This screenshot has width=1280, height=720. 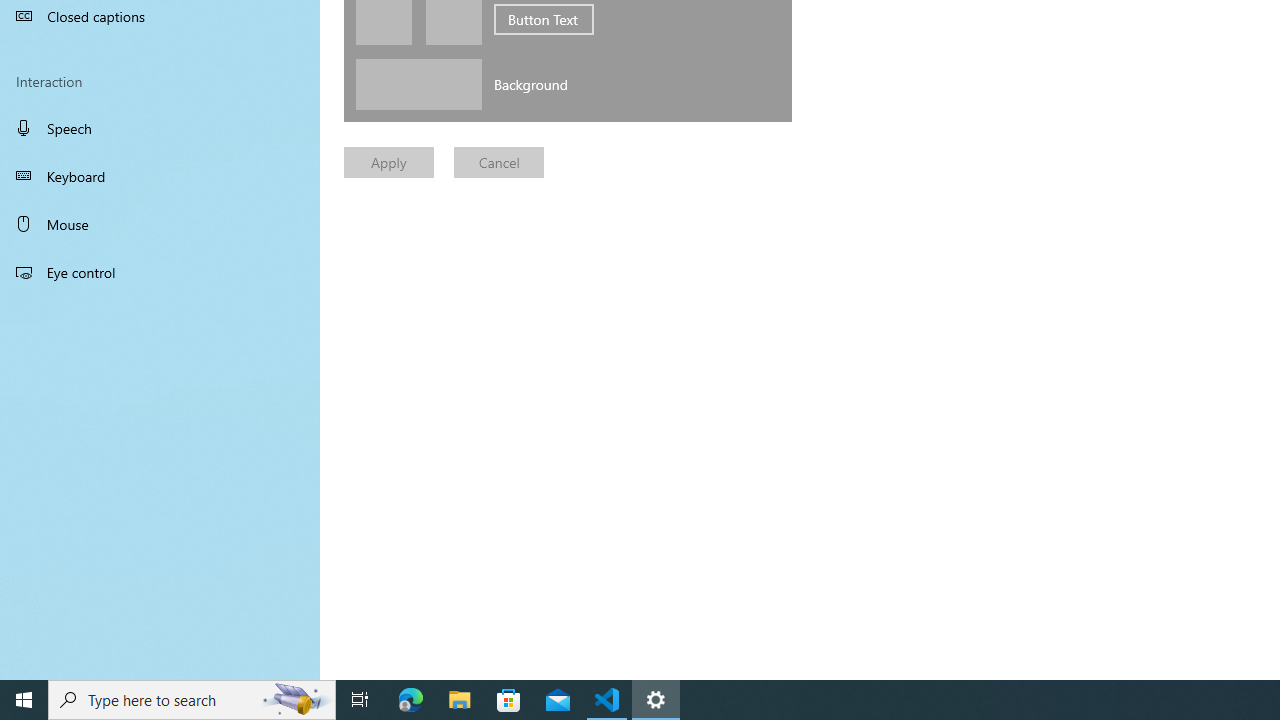 I want to click on 'File Explorer', so click(x=459, y=698).